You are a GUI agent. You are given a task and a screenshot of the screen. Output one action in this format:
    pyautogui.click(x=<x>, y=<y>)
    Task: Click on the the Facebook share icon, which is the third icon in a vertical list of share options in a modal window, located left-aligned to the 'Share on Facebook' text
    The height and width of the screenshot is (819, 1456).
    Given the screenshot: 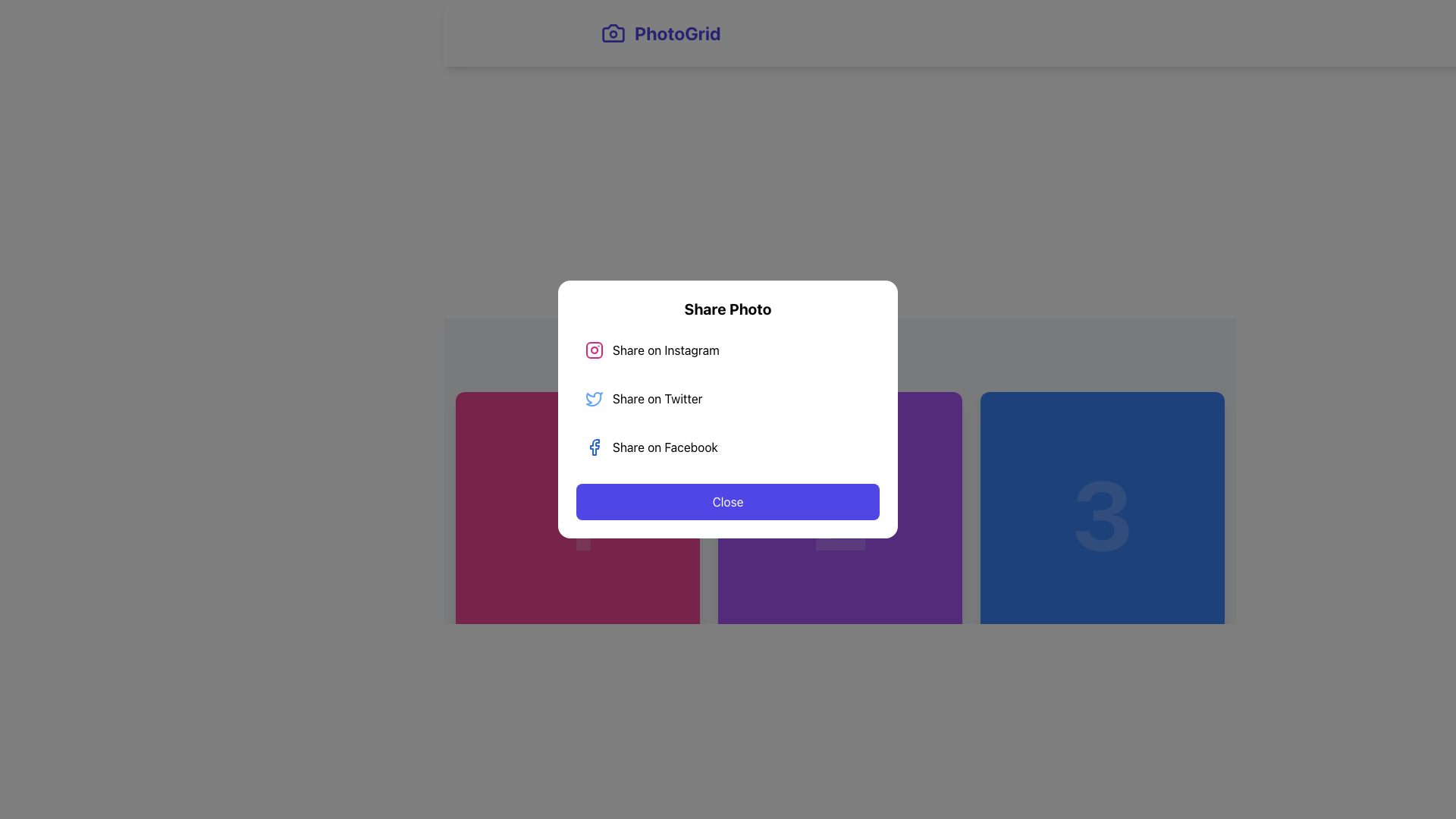 What is the action you would take?
    pyautogui.click(x=593, y=447)
    